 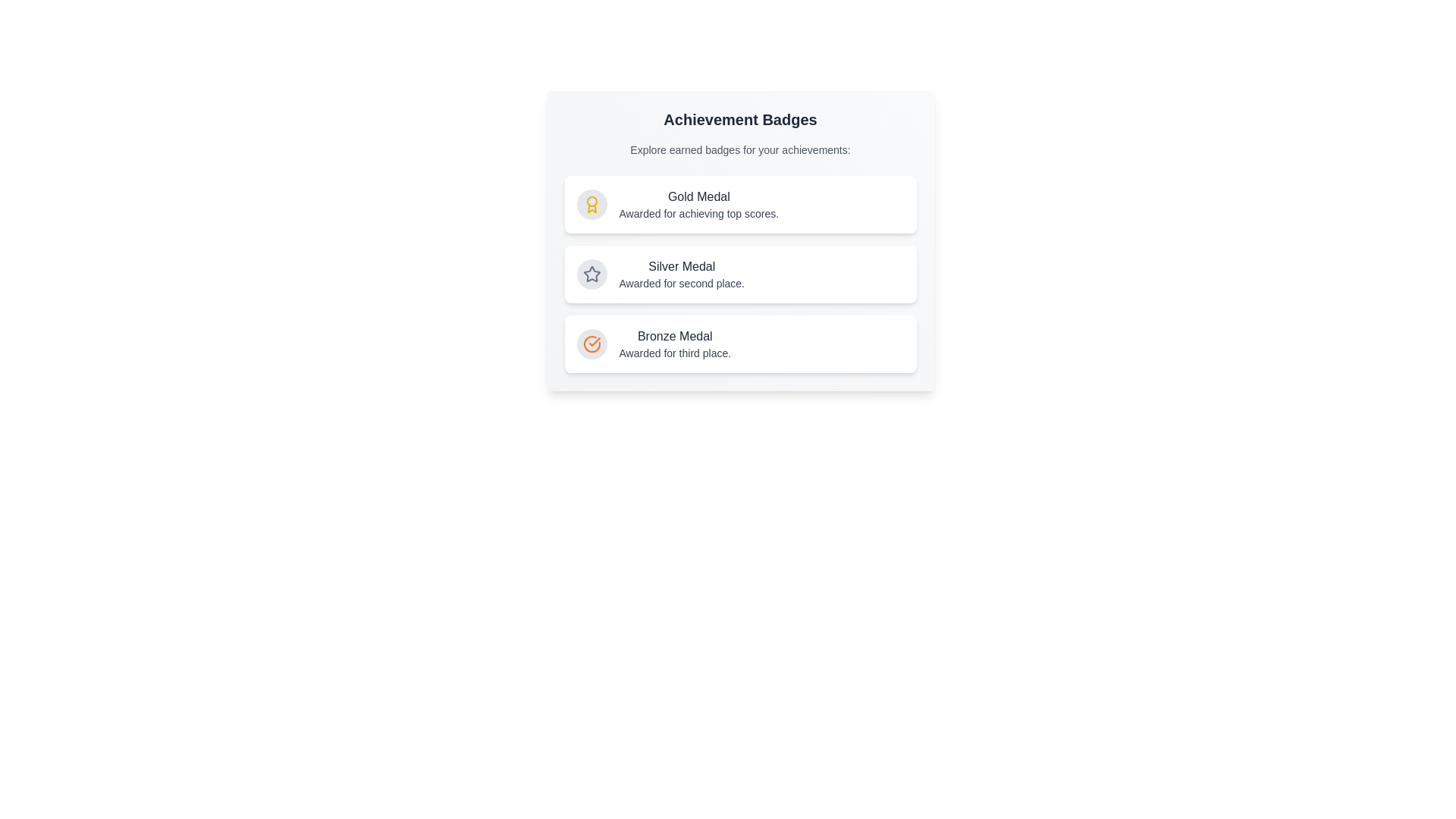 I want to click on the Header element labeled 'Gold Medal' with the description 'Awarded for achieving top scores.', so click(x=698, y=205).